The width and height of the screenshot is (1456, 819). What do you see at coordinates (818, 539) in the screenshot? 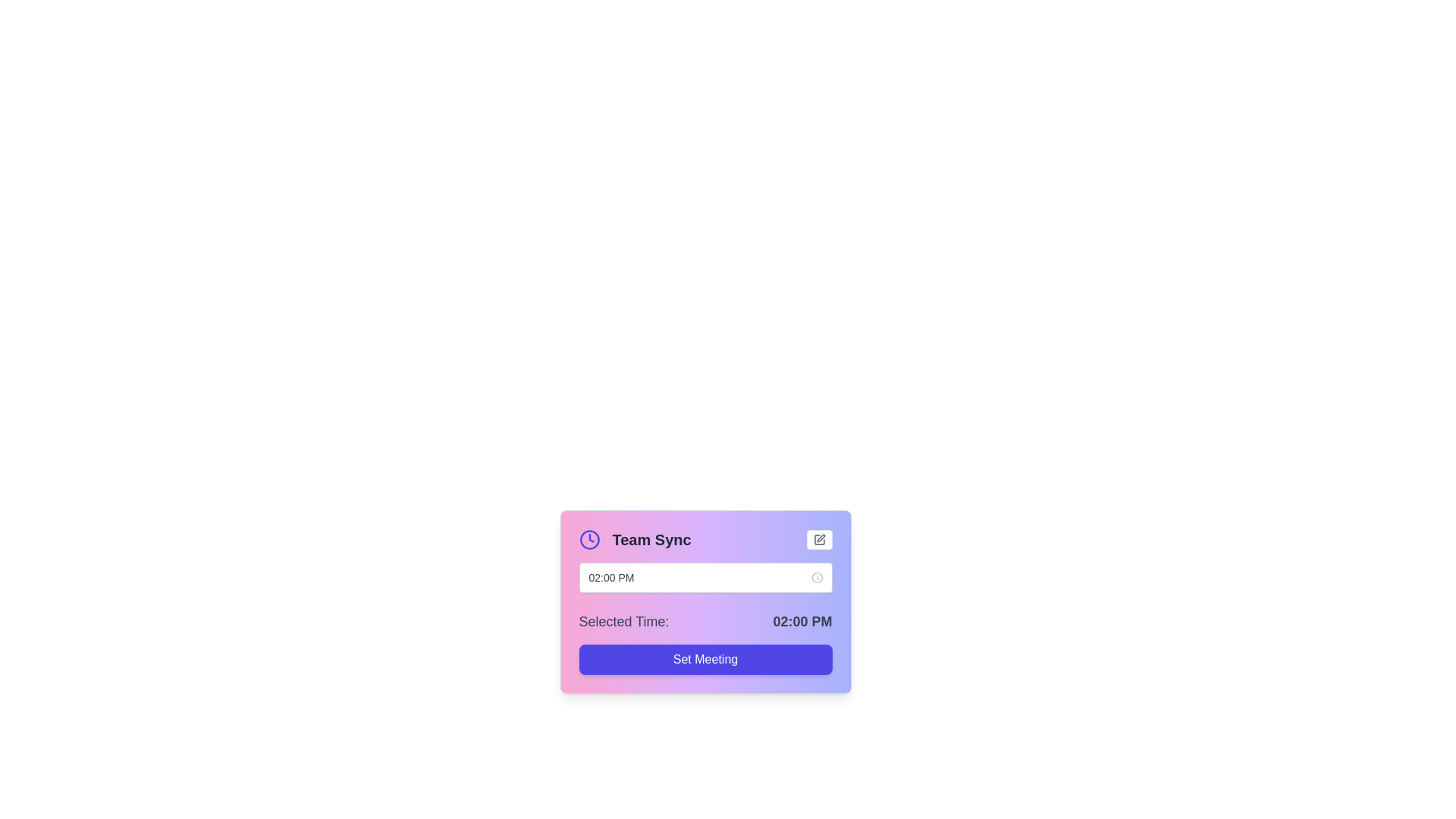
I see `the small button with a pen icon located at the top-right corner of the 'Team Sync' section` at bounding box center [818, 539].